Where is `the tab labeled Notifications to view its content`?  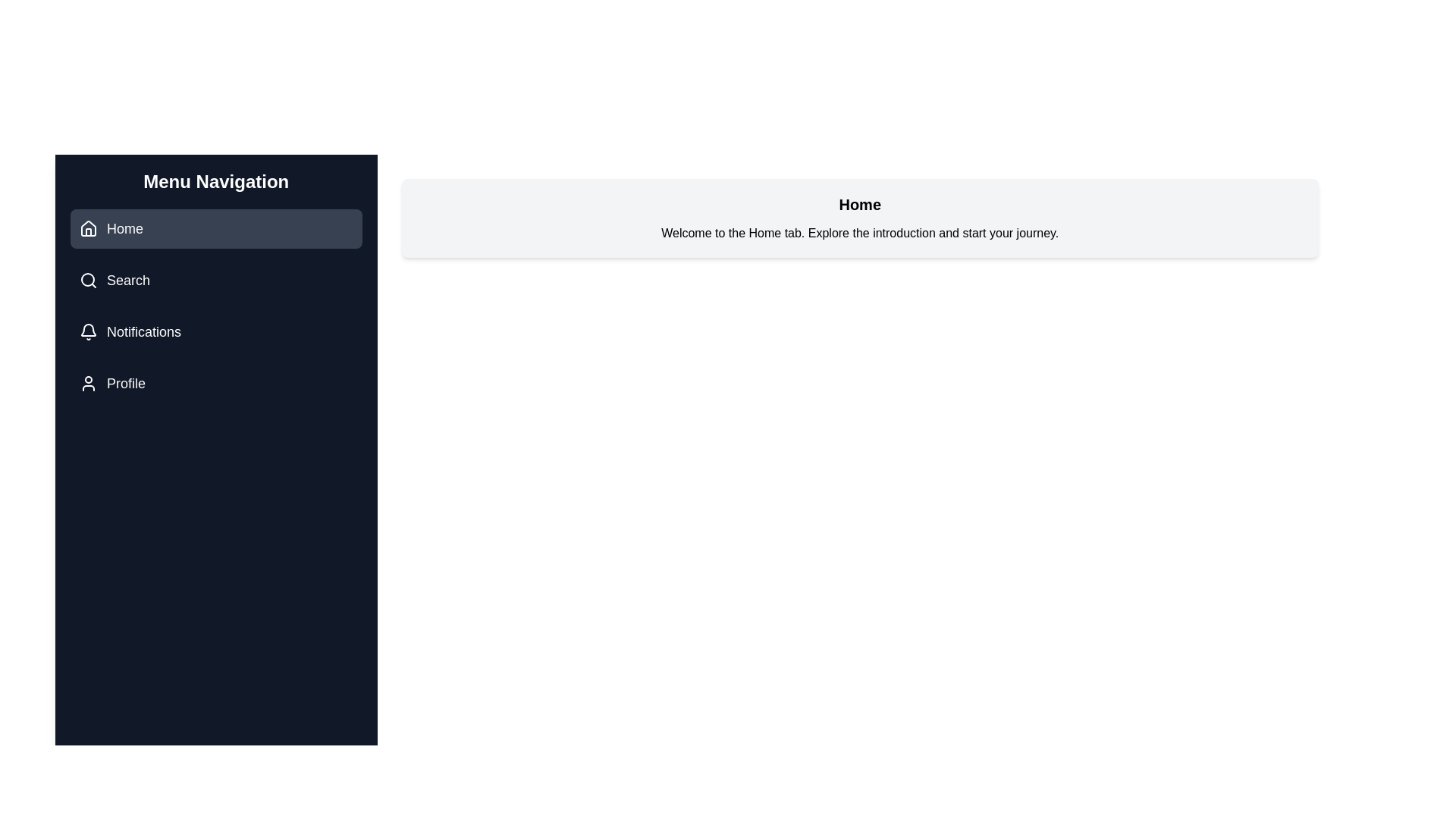 the tab labeled Notifications to view its content is located at coordinates (215, 331).